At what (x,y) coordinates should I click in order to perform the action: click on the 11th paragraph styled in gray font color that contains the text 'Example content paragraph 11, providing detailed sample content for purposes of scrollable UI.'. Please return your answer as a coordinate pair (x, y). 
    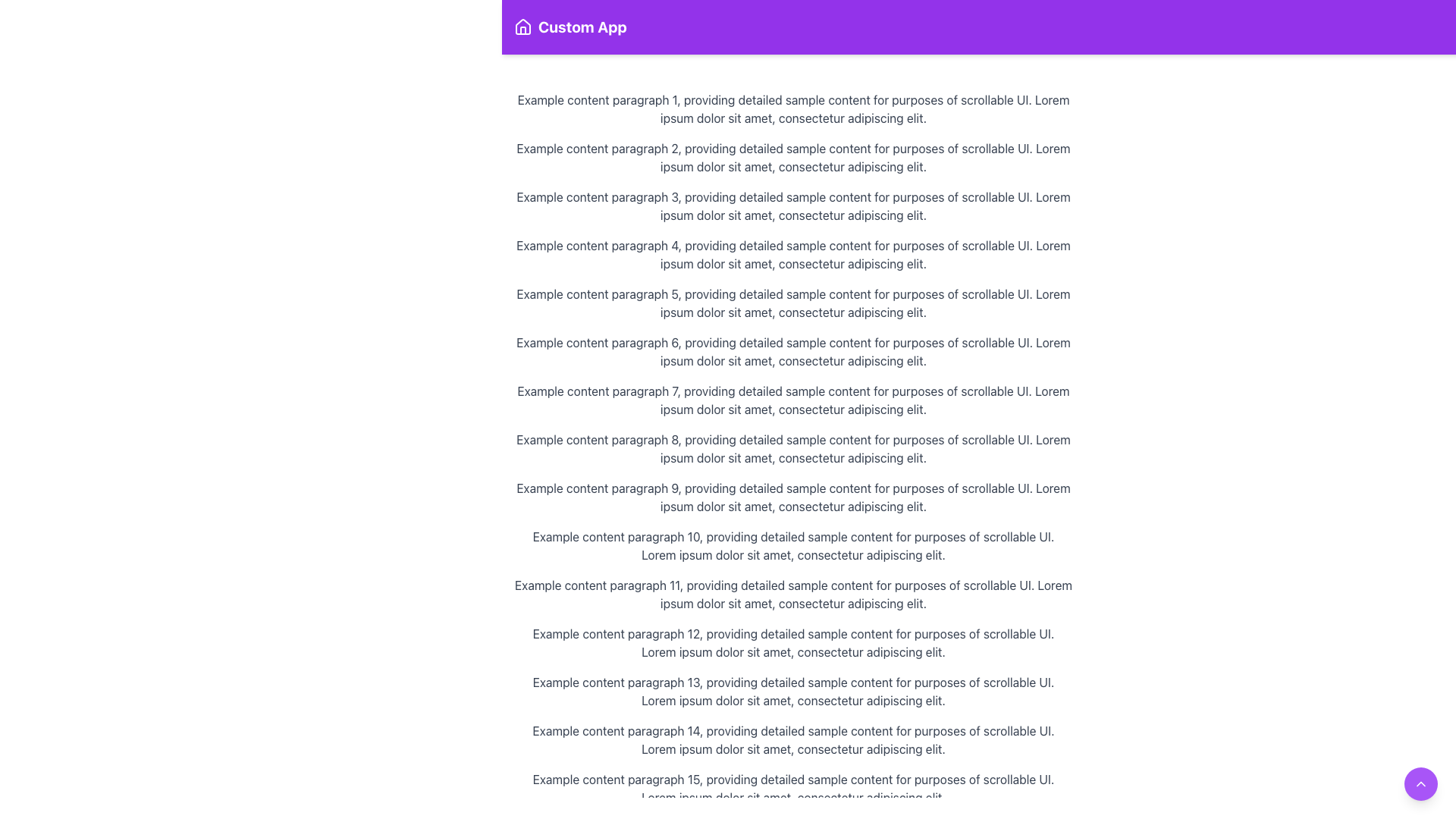
    Looking at the image, I should click on (792, 593).